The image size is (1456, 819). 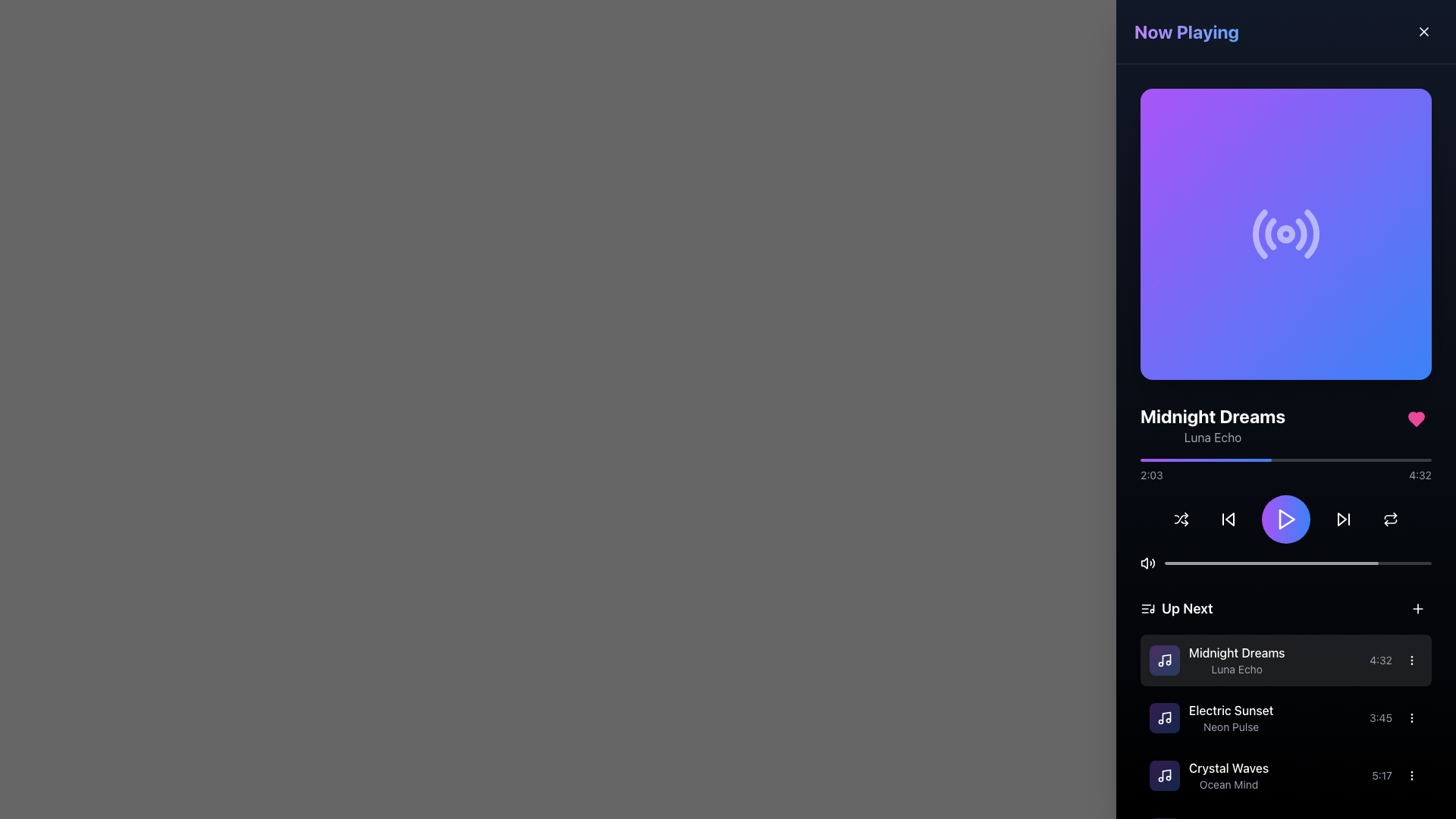 I want to click on the Text Label that serves as the title of the track in the 'Up Next' section, located below 'Electric Sunset' and above 'Ocean Mind', so click(x=1228, y=768).